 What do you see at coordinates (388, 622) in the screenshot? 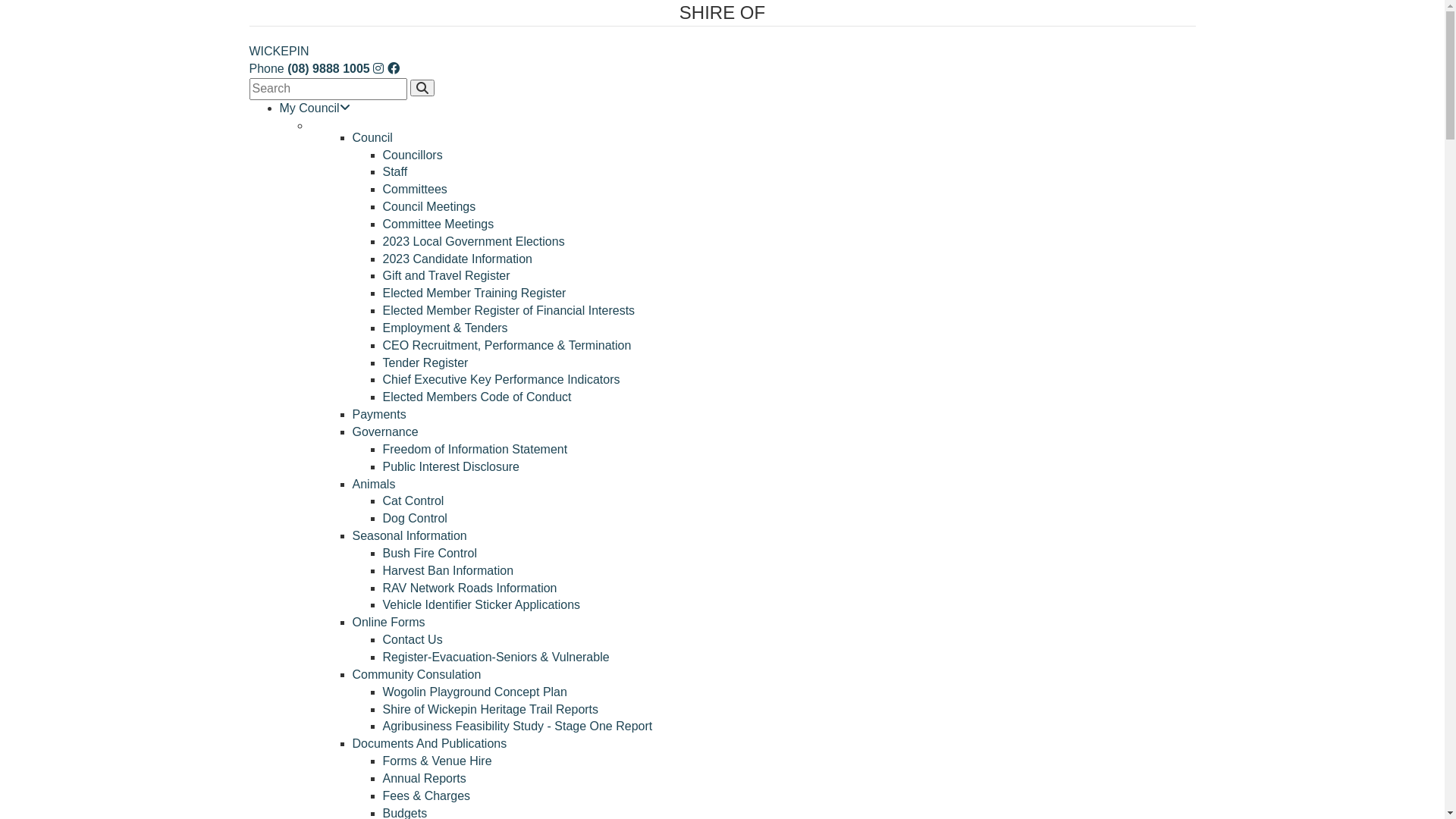
I see `'Online Forms'` at bounding box center [388, 622].